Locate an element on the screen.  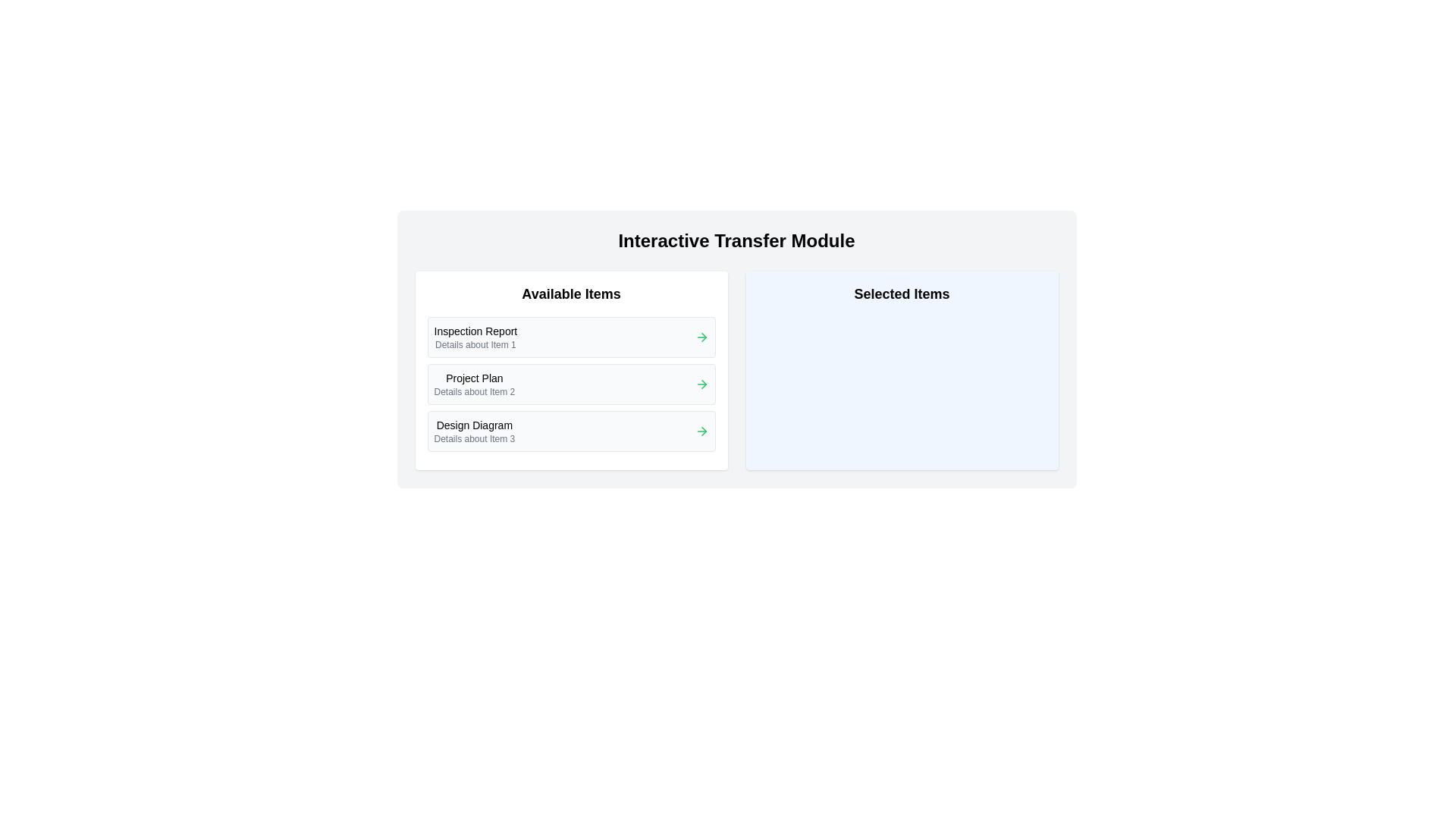
the text element labeled 'Design Diagram' which is the third item in the 'Available Items' section is located at coordinates (473, 431).